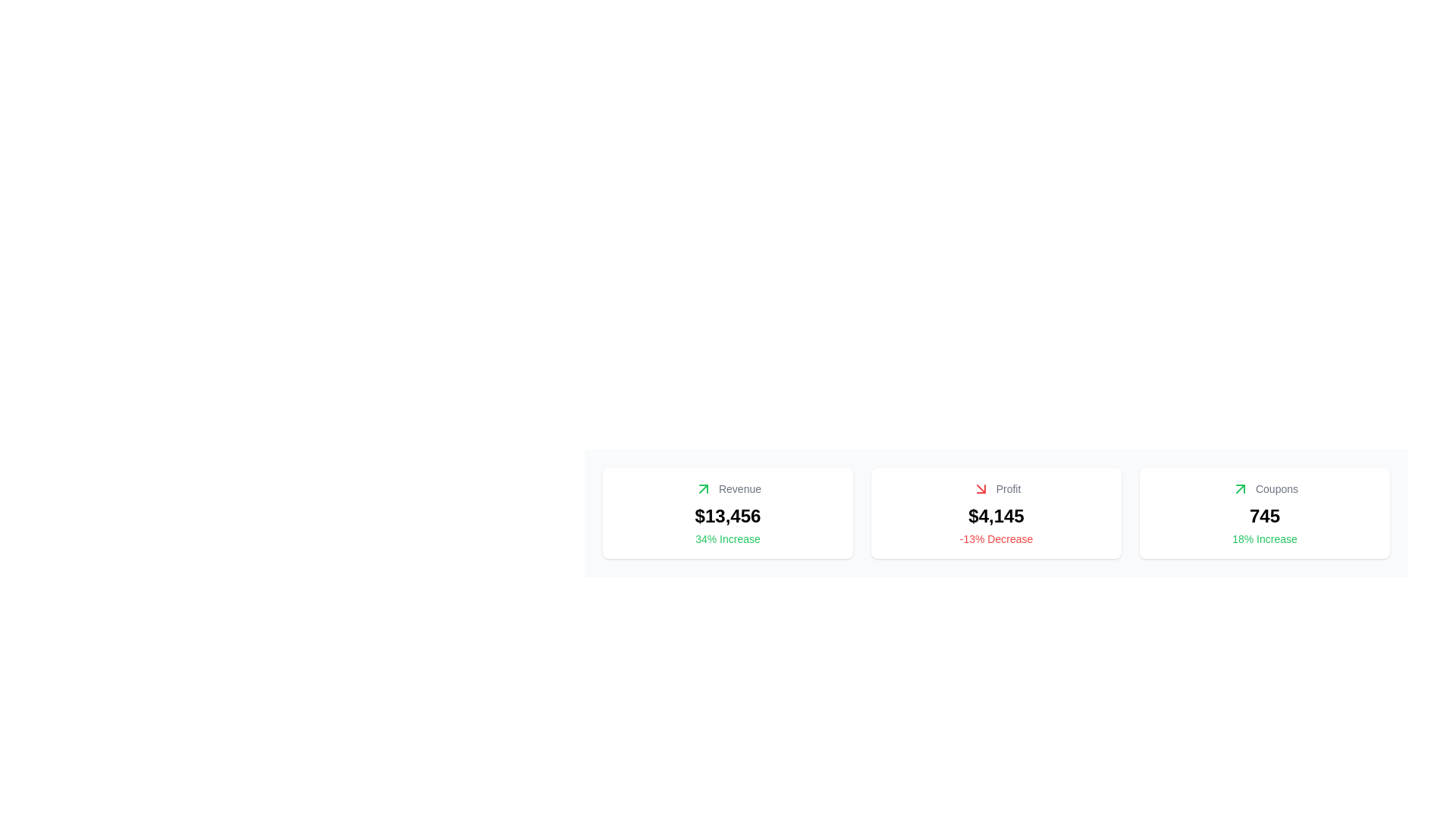 Image resolution: width=1456 pixels, height=819 pixels. Describe the element at coordinates (996, 516) in the screenshot. I see `the static Text Label displaying the profit amount, located in the second card of a three-card horizontal row, below the title 'Profit'` at that location.